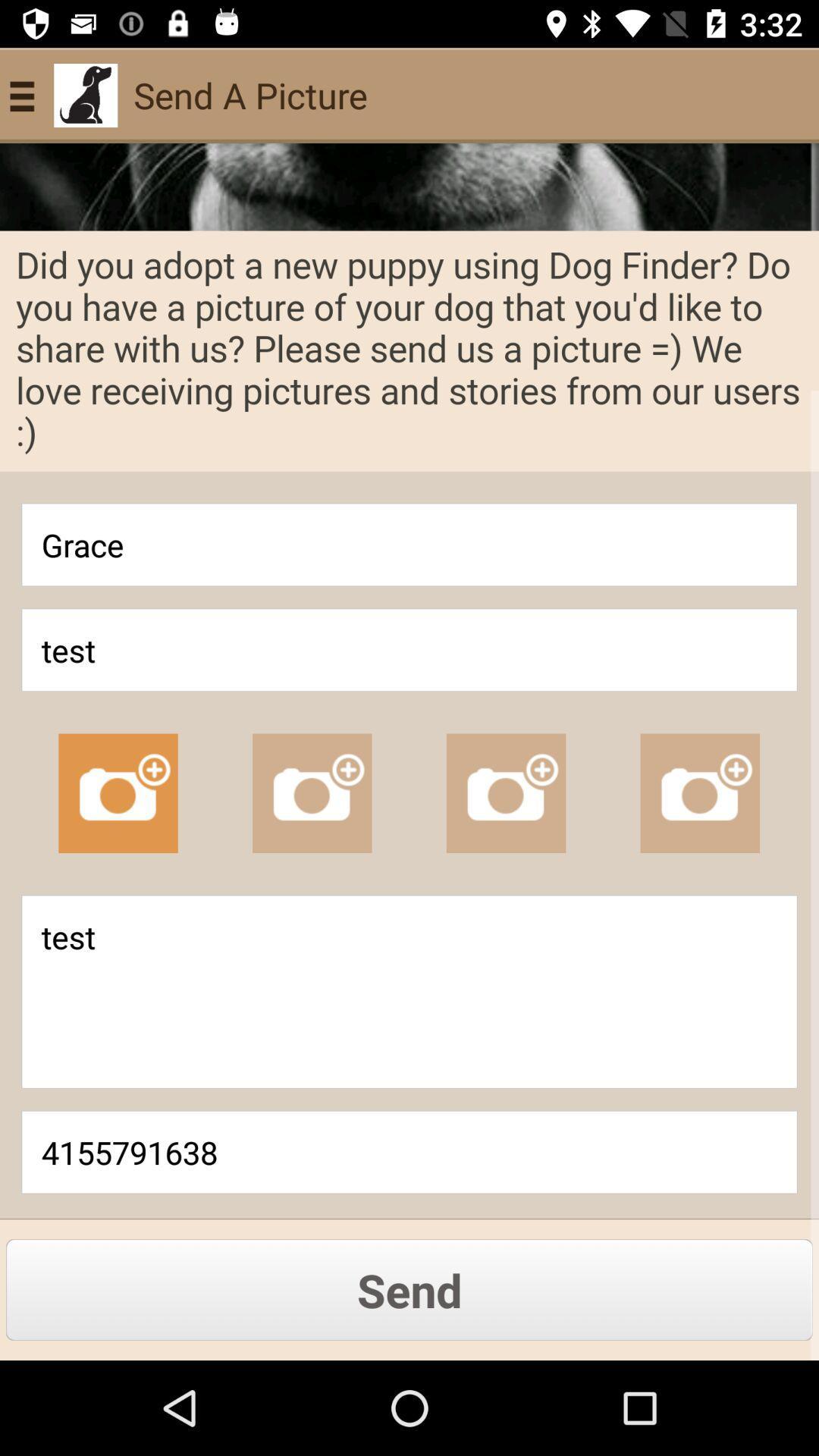 The height and width of the screenshot is (1456, 819). Describe the element at coordinates (85, 94) in the screenshot. I see `the image to the right of menu icon at the top left corner` at that location.